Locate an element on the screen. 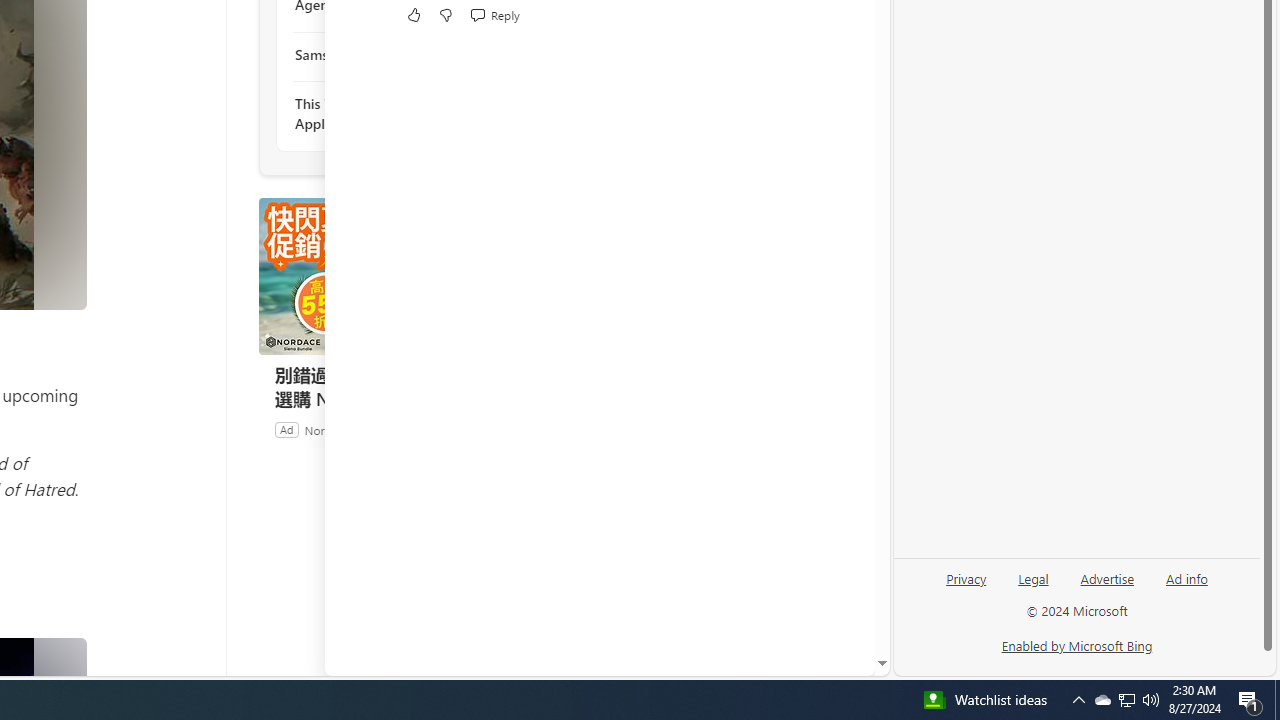  'Ad info' is located at coordinates (1186, 585).